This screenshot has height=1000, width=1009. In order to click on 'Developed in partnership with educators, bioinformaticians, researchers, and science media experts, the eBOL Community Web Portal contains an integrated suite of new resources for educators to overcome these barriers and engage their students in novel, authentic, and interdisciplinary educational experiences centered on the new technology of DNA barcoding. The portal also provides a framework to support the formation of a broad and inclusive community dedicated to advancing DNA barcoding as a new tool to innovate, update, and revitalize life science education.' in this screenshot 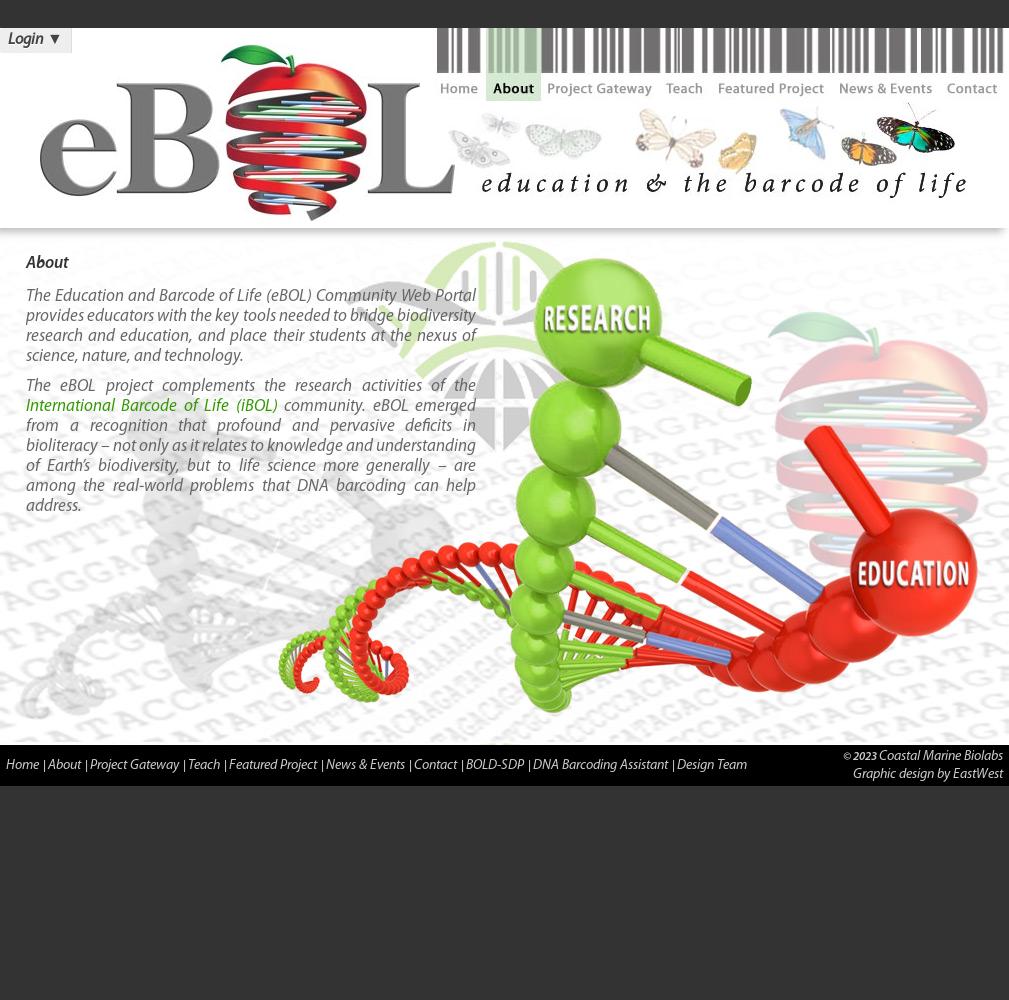, I will do `click(250, 886)`.